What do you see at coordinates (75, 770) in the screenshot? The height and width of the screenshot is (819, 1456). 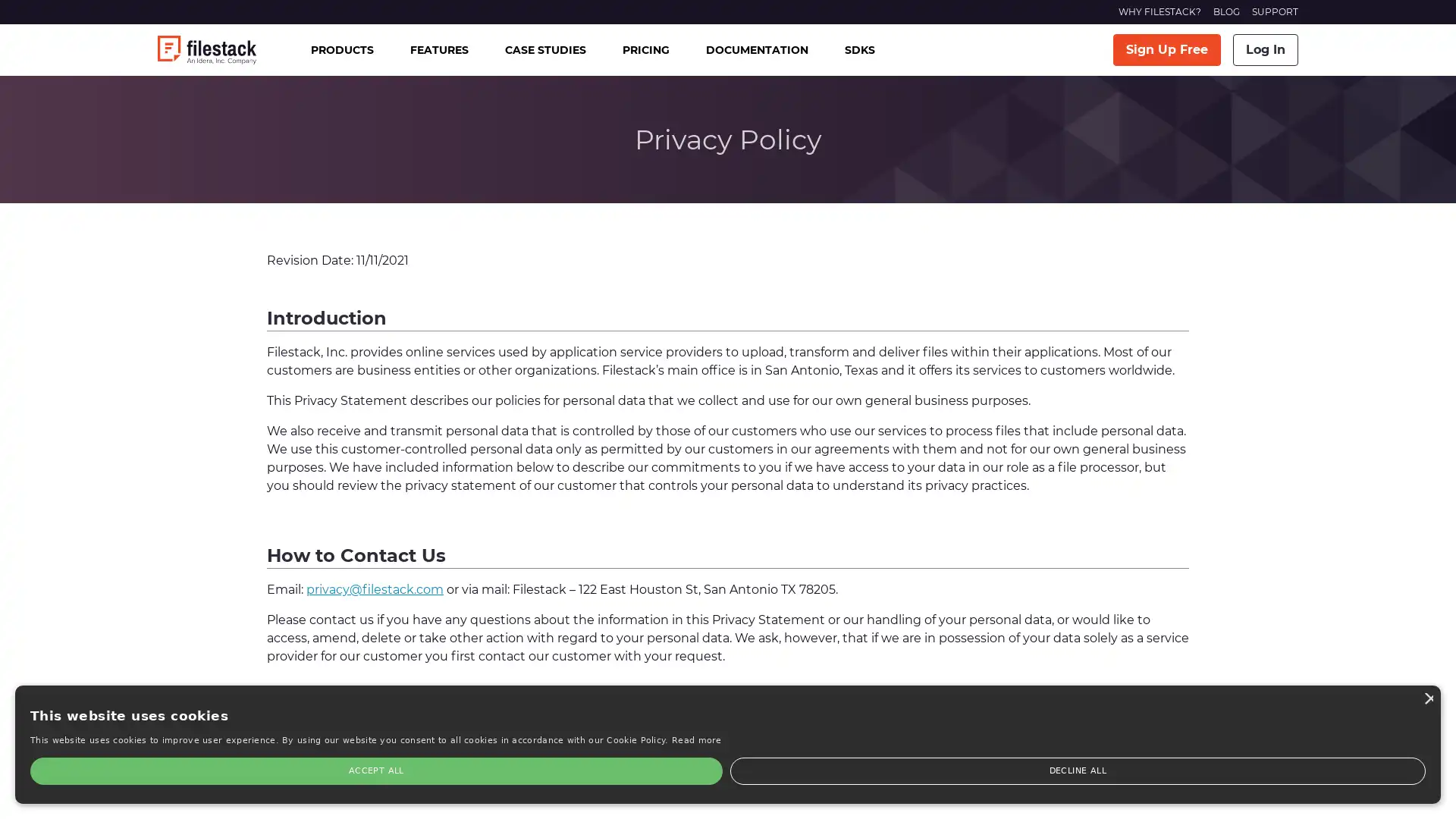 I see `ACCEPT ALL` at bounding box center [75, 770].